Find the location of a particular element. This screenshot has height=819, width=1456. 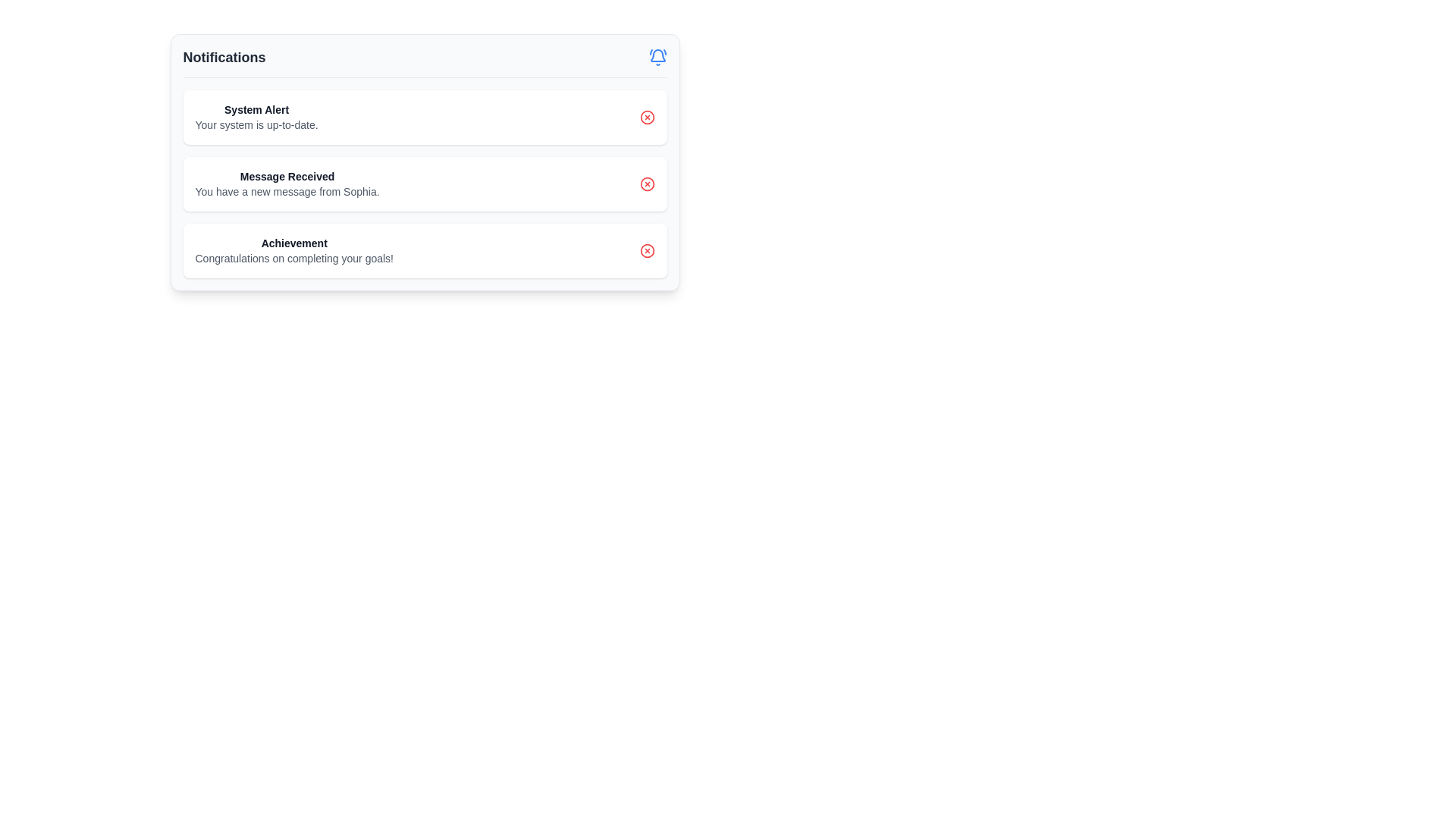

the notification card titled 'Message Received' that contains the content 'You have a new message from Sophia.' This card is the second in a vertical list of notifications, positioned between 'System Alert' and 'Achievement' is located at coordinates (425, 162).